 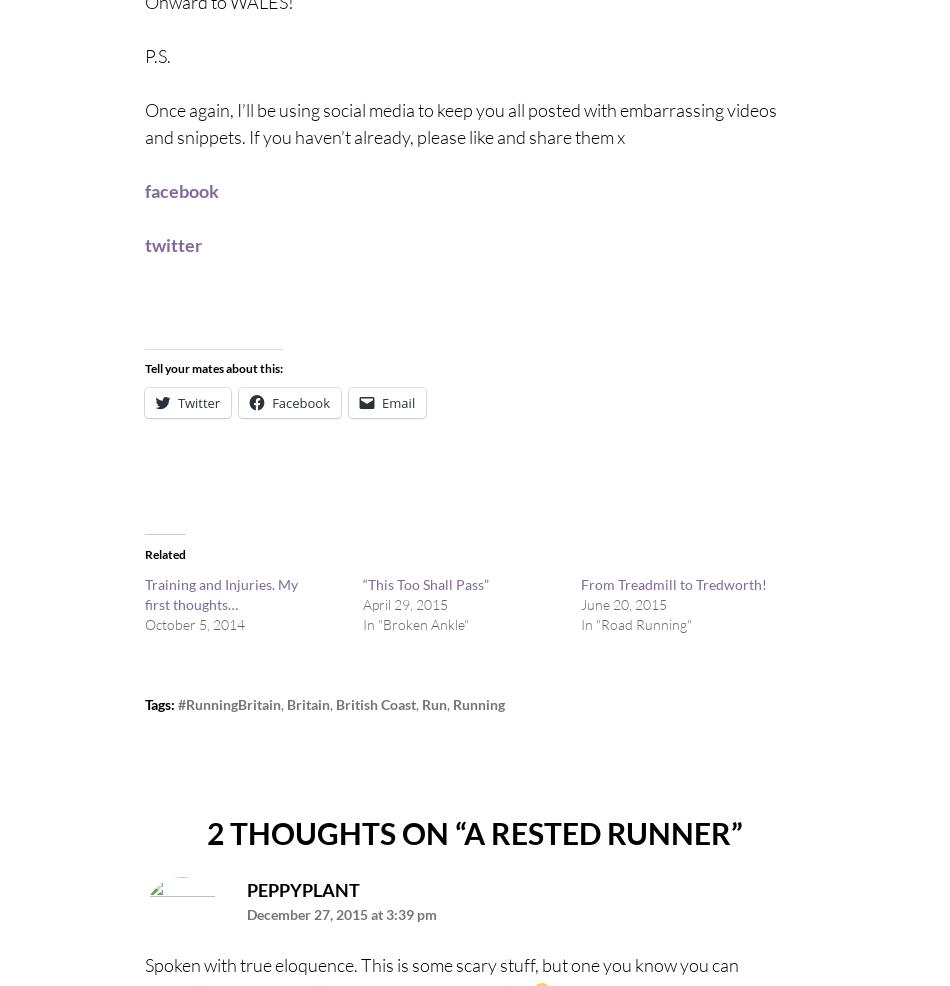 I want to click on 'Twitter', so click(x=178, y=401).